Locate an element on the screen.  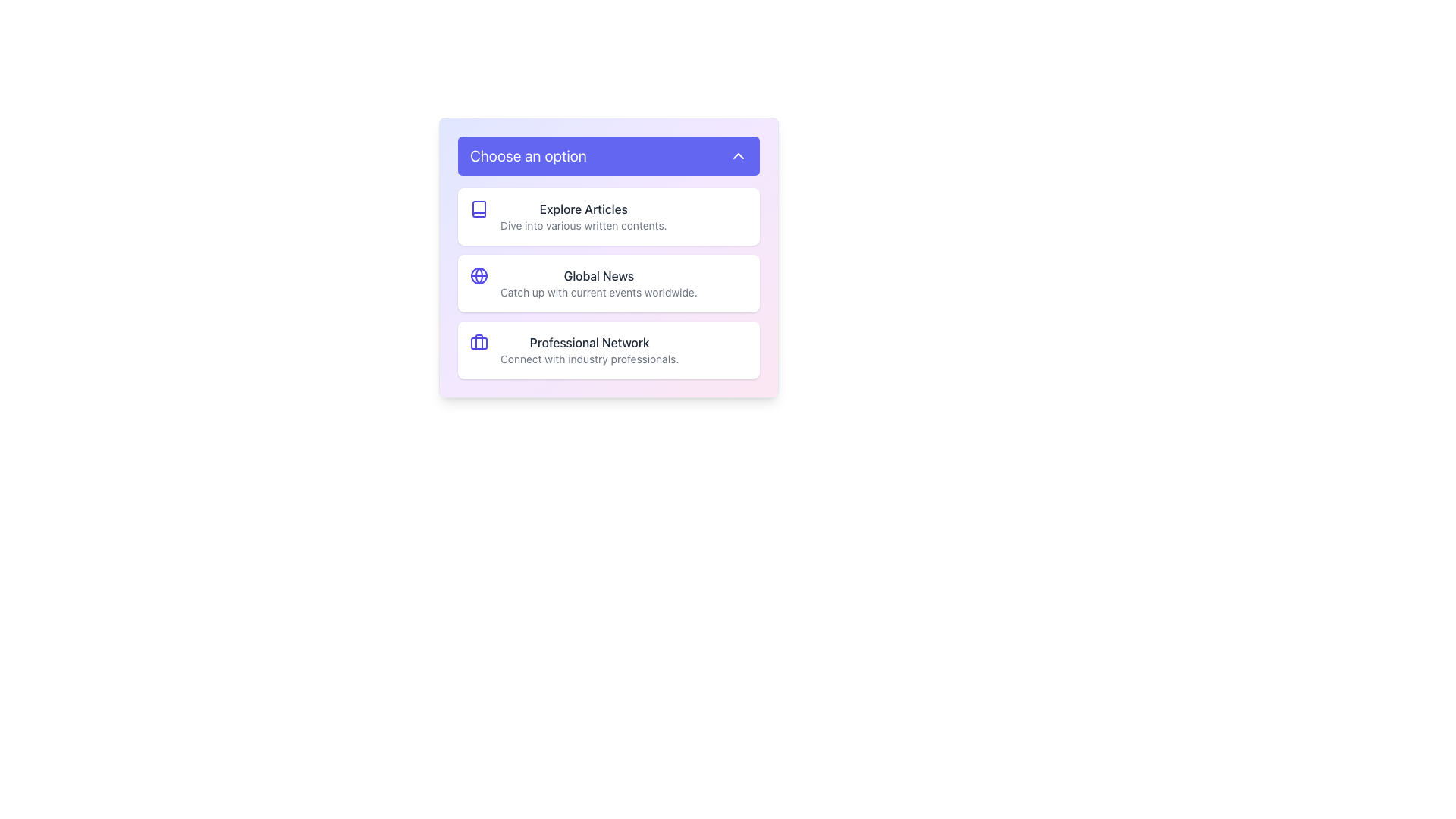
the 'Global News' text block, which contains two lines of text: 'Global News' in bold dark gray and 'Catch up with current events worldwide.' in lighter gray, located in the second item of a vertical list within a card-like interface is located at coordinates (598, 284).